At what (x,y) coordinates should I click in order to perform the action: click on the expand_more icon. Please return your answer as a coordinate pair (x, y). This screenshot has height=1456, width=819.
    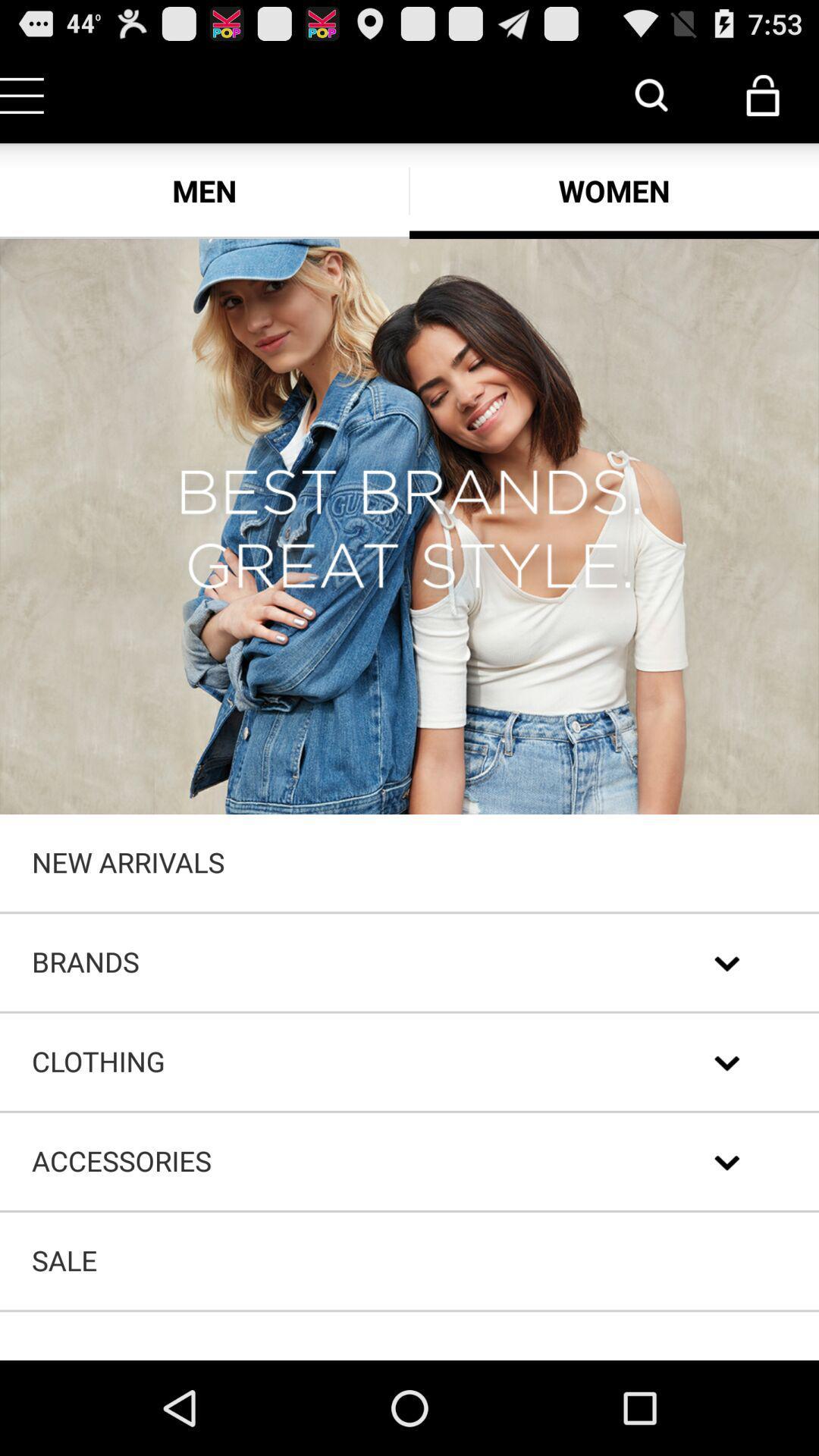
    Looking at the image, I should click on (726, 1244).